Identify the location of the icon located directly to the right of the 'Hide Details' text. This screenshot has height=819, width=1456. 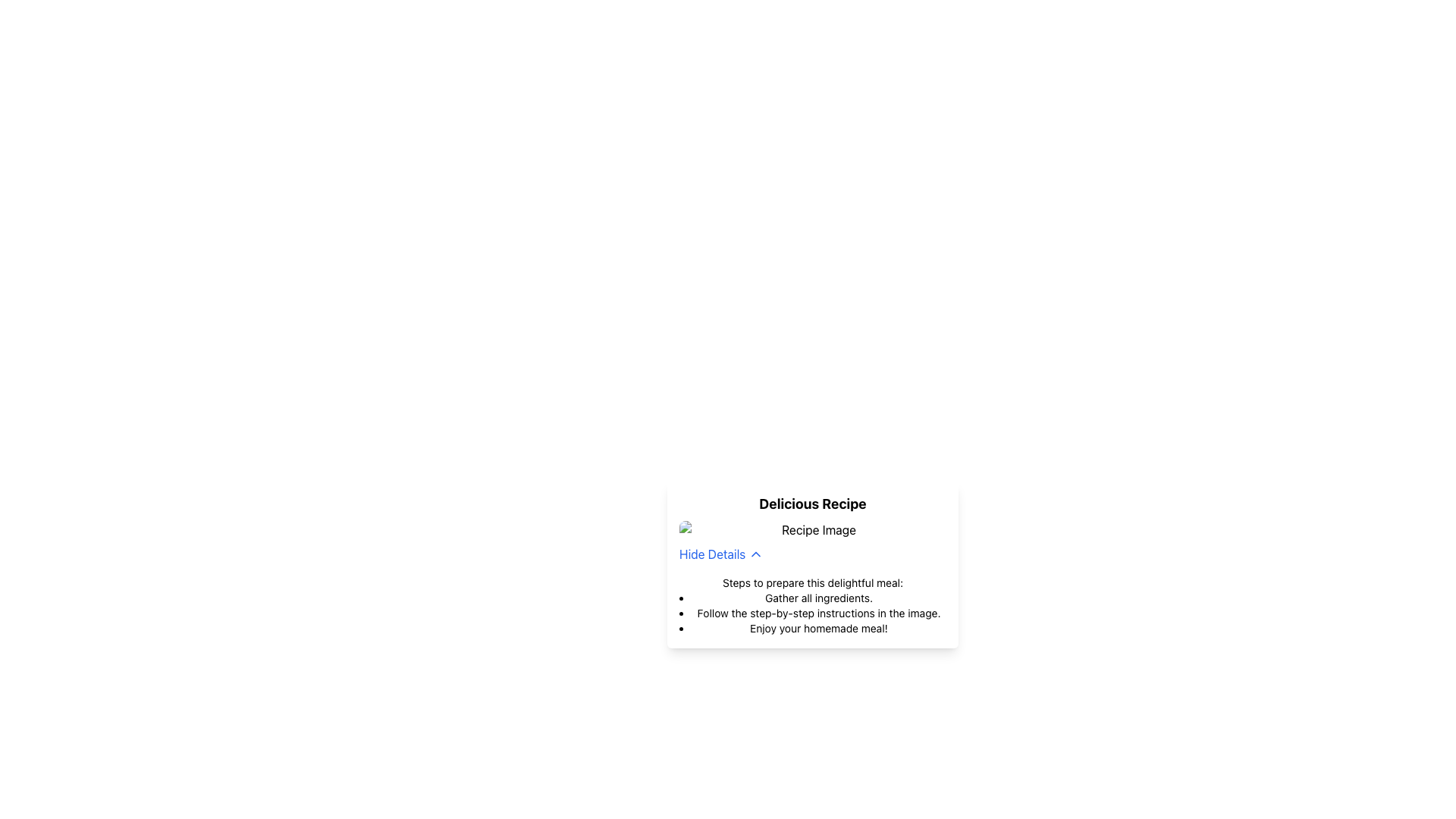
(756, 554).